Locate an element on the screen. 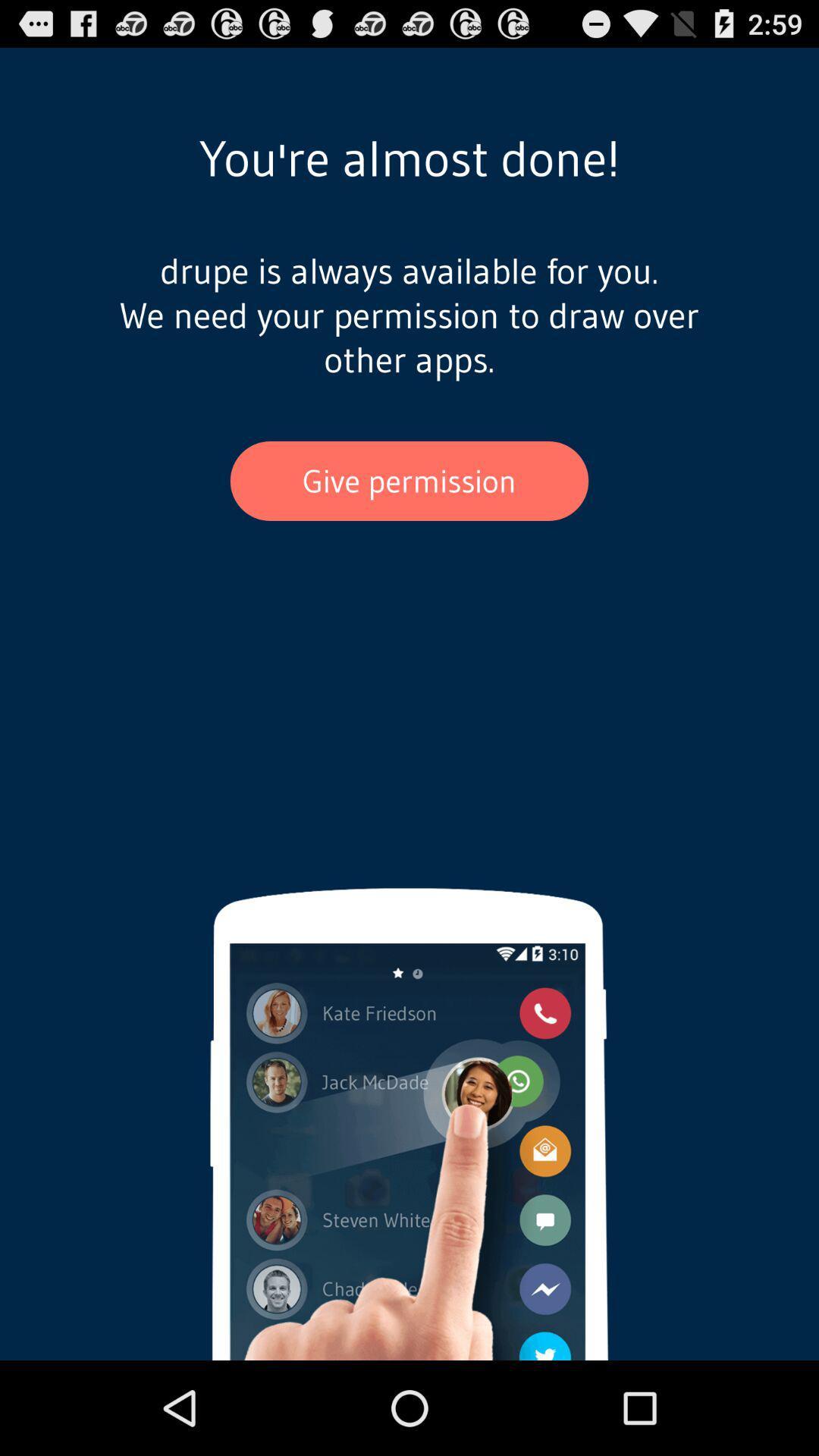  the give permission is located at coordinates (409, 480).